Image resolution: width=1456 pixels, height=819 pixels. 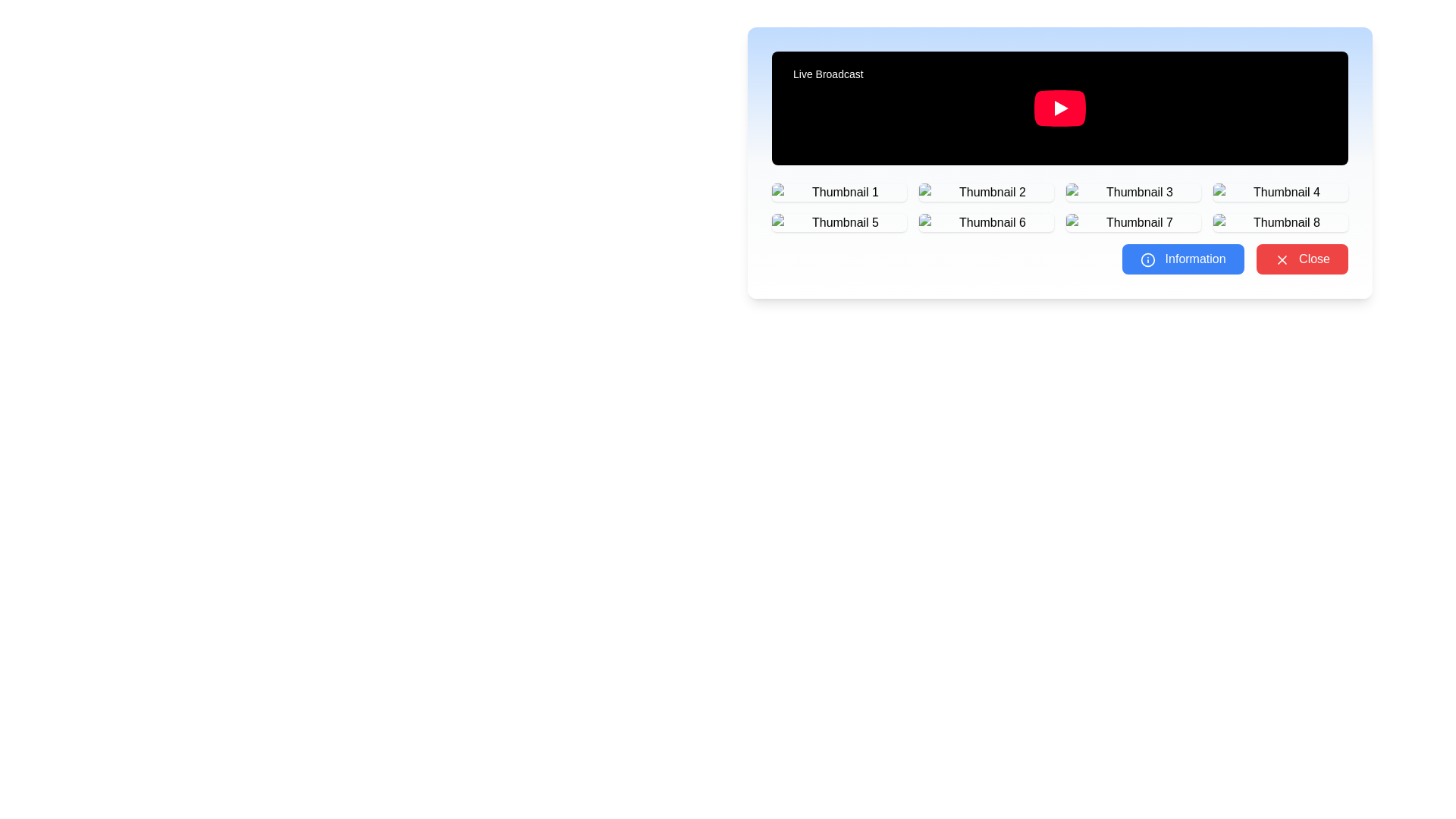 I want to click on the outer circle of the SVG icon located in the middle of the Thumbnail 4 button in the second row of buttons under the video display area, so click(x=1280, y=192).